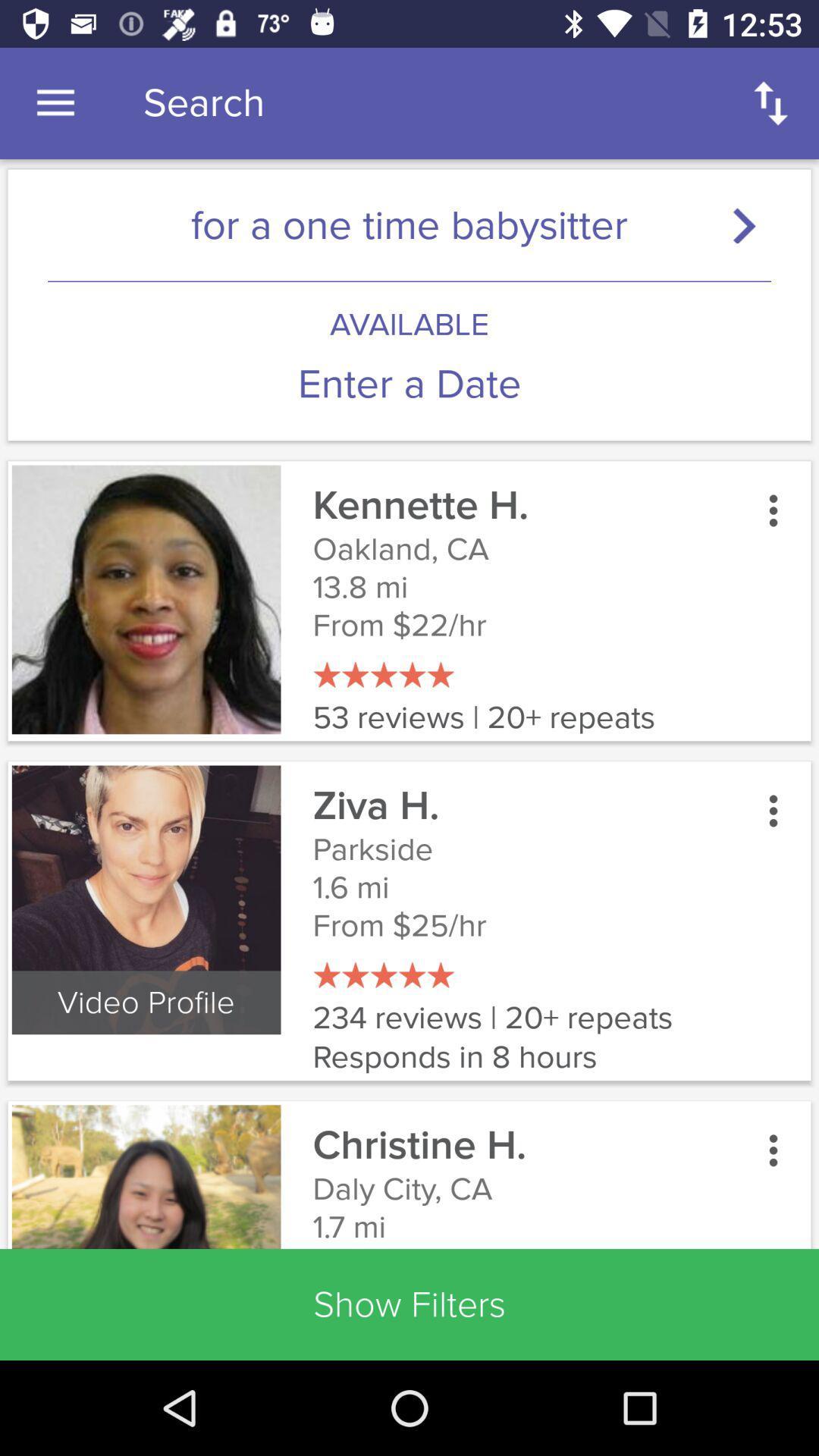  What do you see at coordinates (751, 224) in the screenshot?
I see `babysitter type` at bounding box center [751, 224].